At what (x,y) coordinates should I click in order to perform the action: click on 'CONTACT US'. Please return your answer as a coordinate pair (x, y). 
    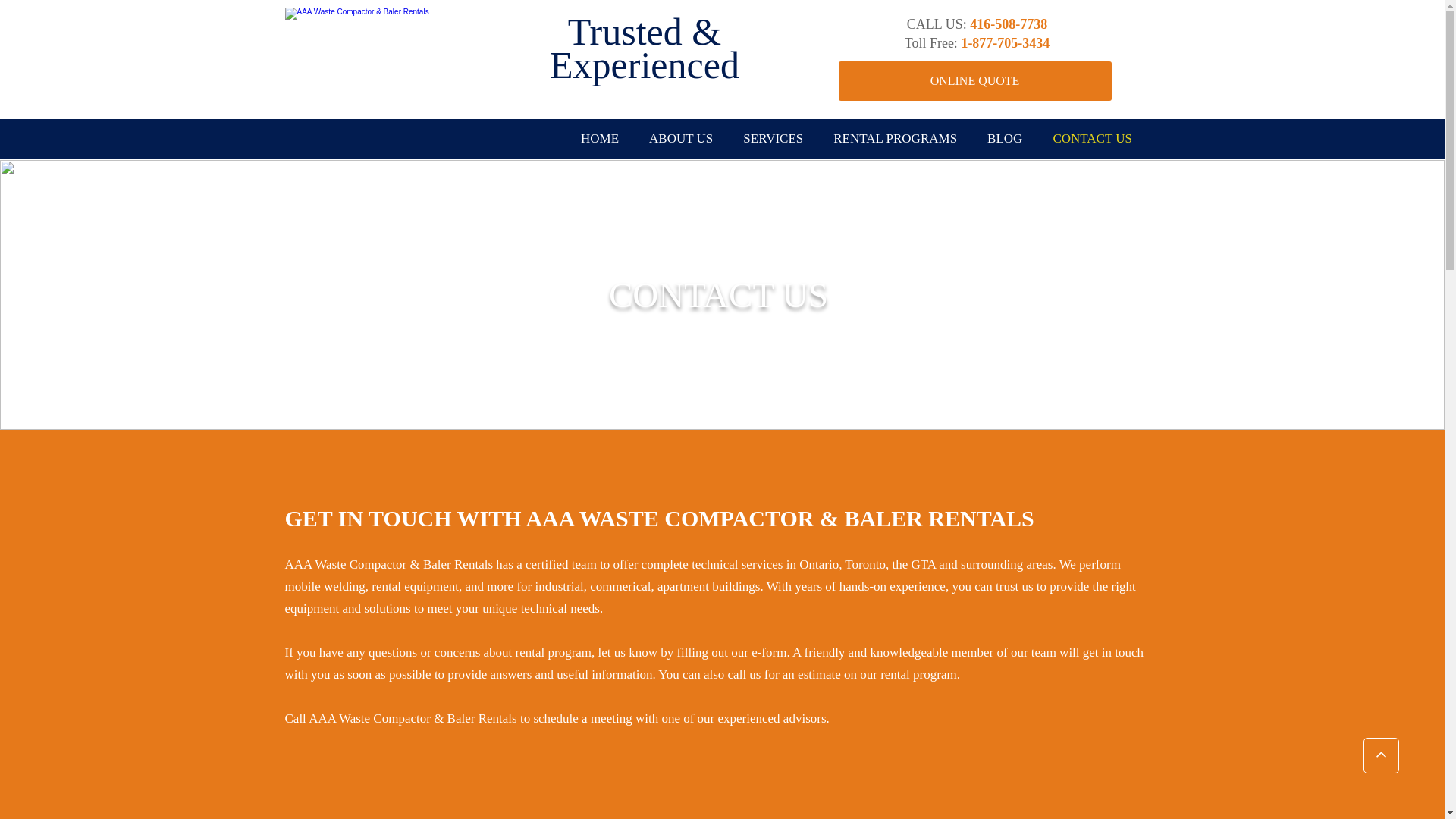
    Looking at the image, I should click on (1092, 139).